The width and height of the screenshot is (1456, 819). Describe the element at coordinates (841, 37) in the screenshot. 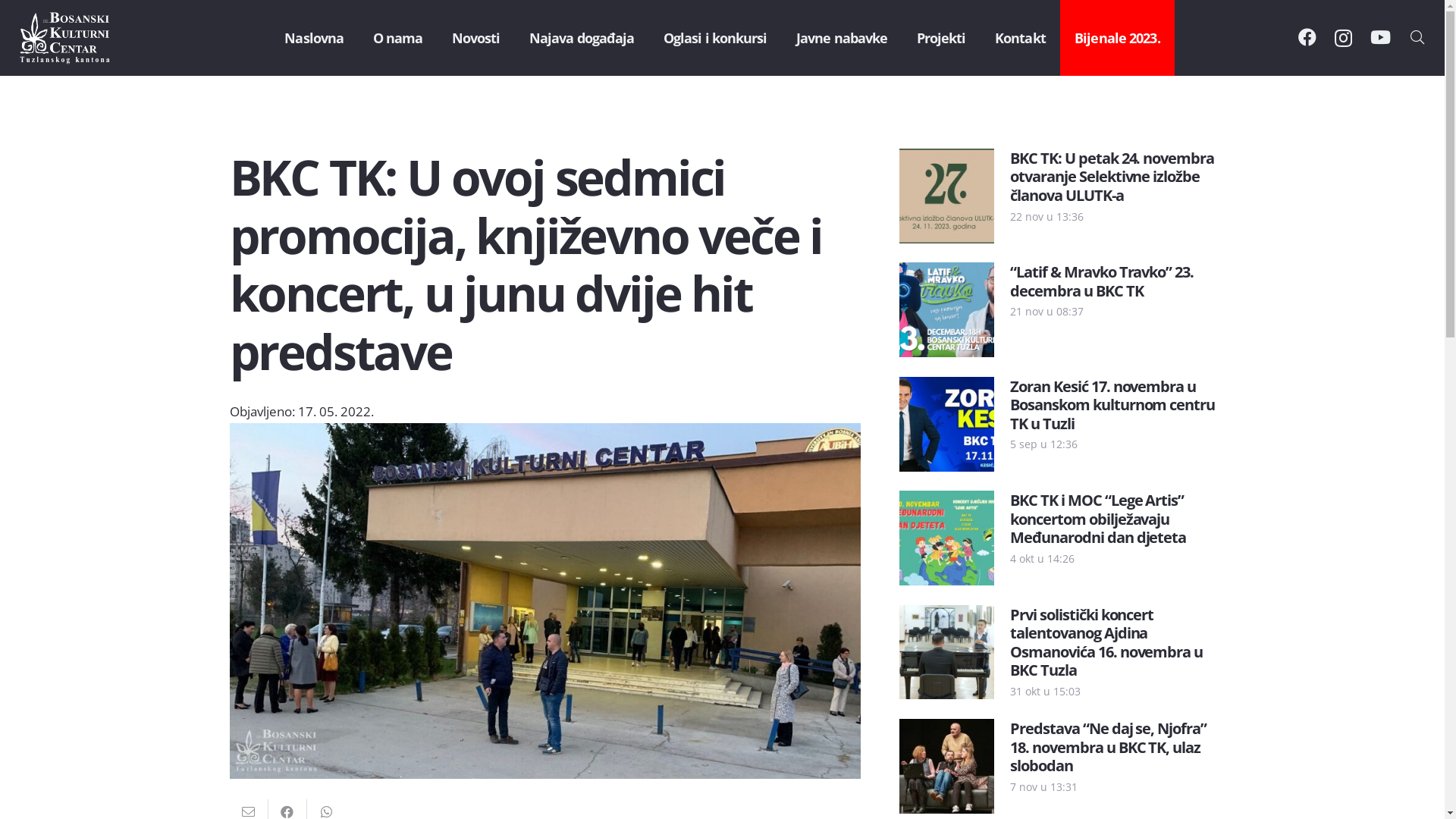

I see `'Javne nabavke'` at that location.